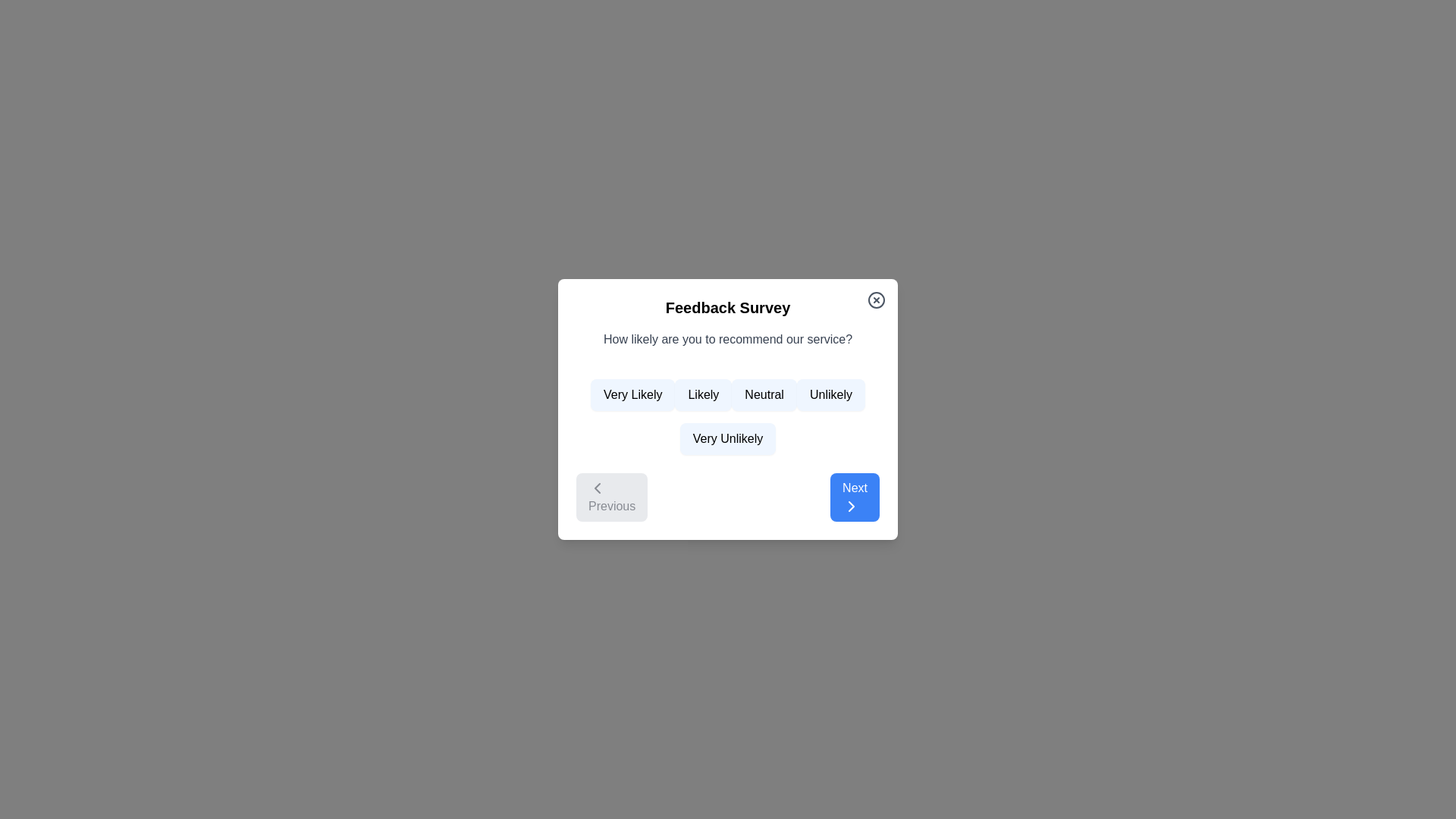 The image size is (1456, 819). Describe the element at coordinates (632, 394) in the screenshot. I see `the first button in the feedback survey, which represents 'Very Likely', to change its appearance` at that location.